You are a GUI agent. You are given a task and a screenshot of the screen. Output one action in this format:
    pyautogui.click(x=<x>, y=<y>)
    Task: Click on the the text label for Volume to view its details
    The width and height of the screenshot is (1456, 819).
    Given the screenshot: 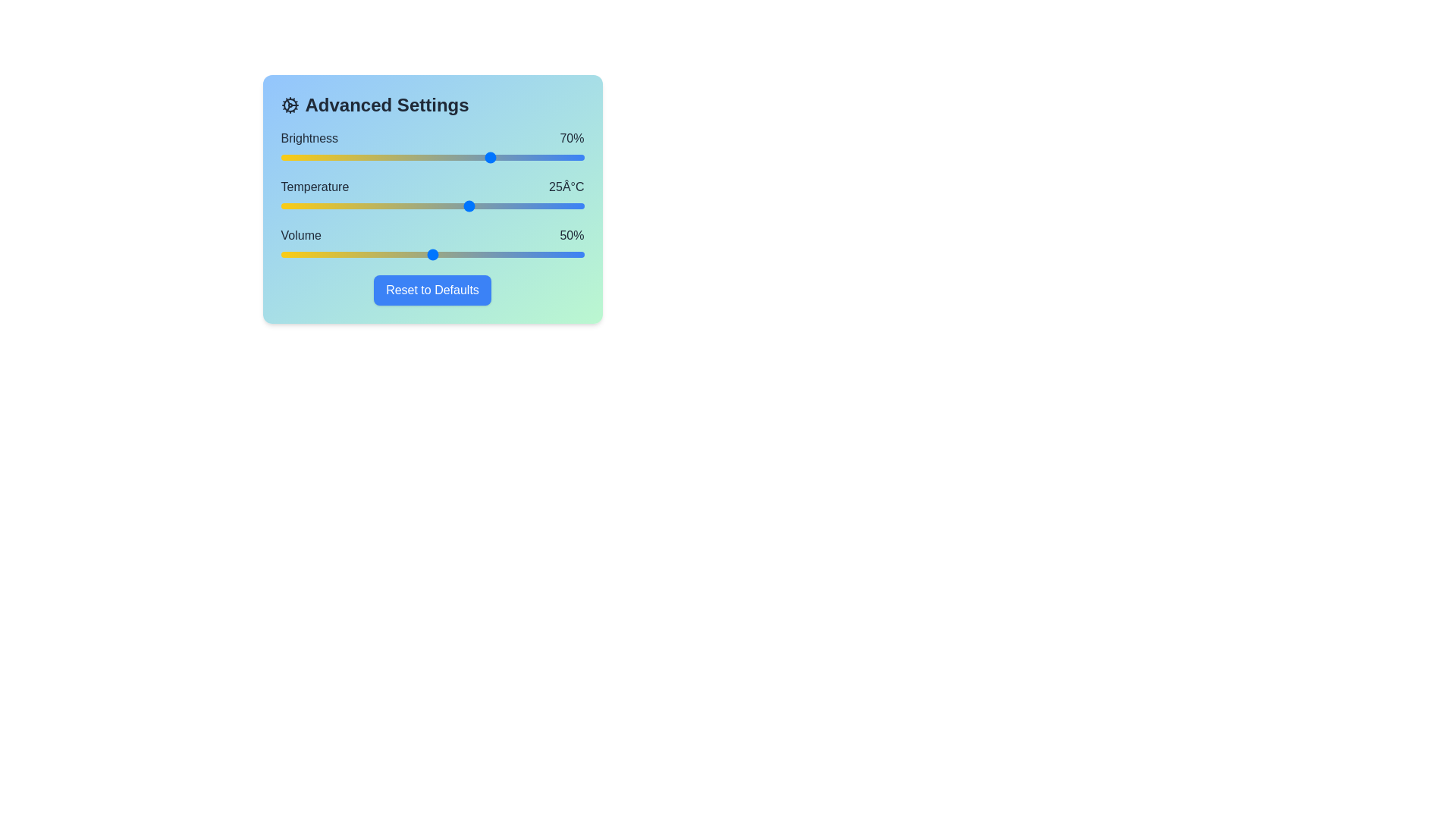 What is the action you would take?
    pyautogui.click(x=301, y=236)
    